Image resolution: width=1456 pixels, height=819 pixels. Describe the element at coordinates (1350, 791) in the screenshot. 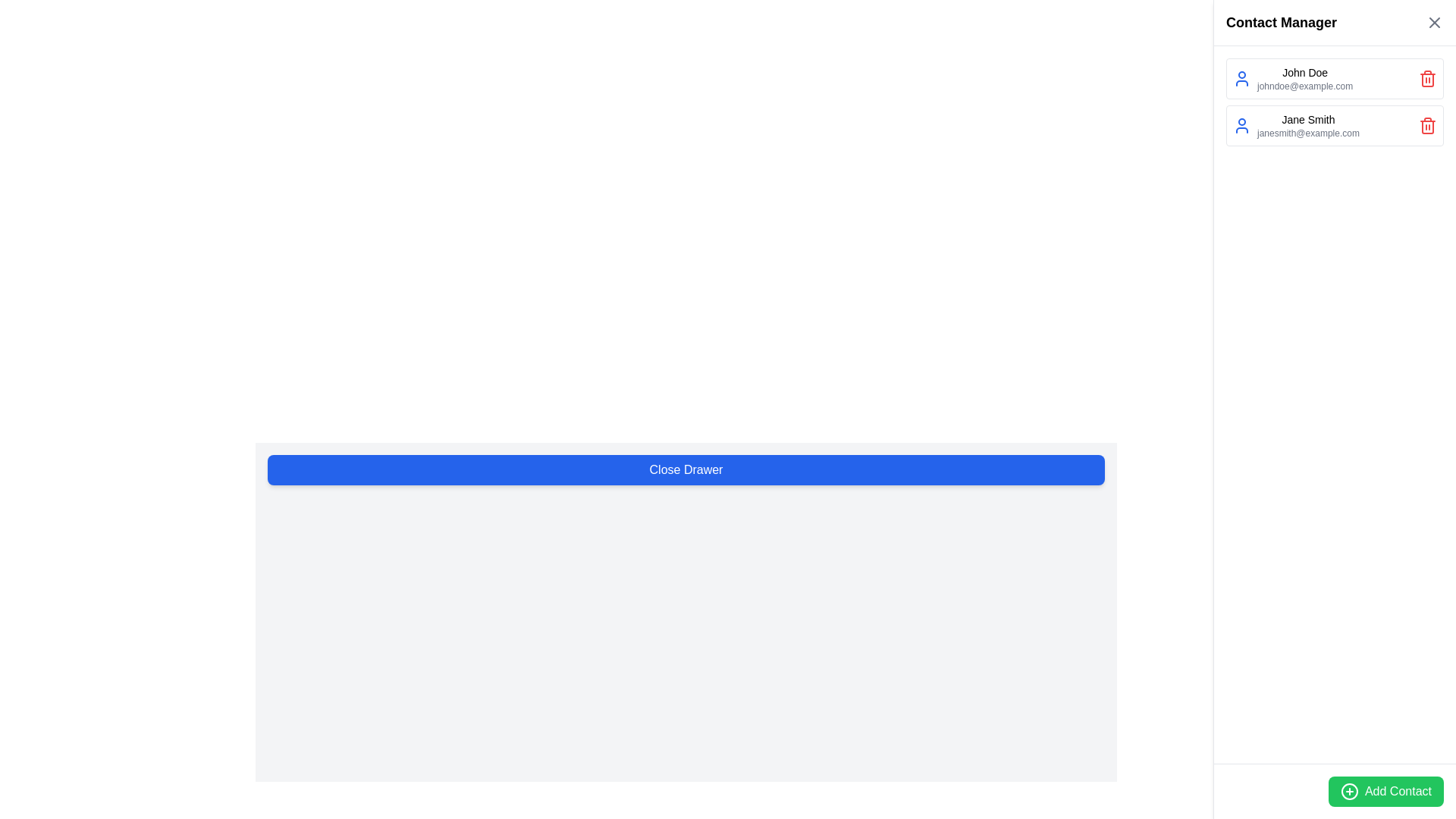

I see `the circular icon with a centered cross symbol that is located to the left of the 'Add Contact' button` at that location.